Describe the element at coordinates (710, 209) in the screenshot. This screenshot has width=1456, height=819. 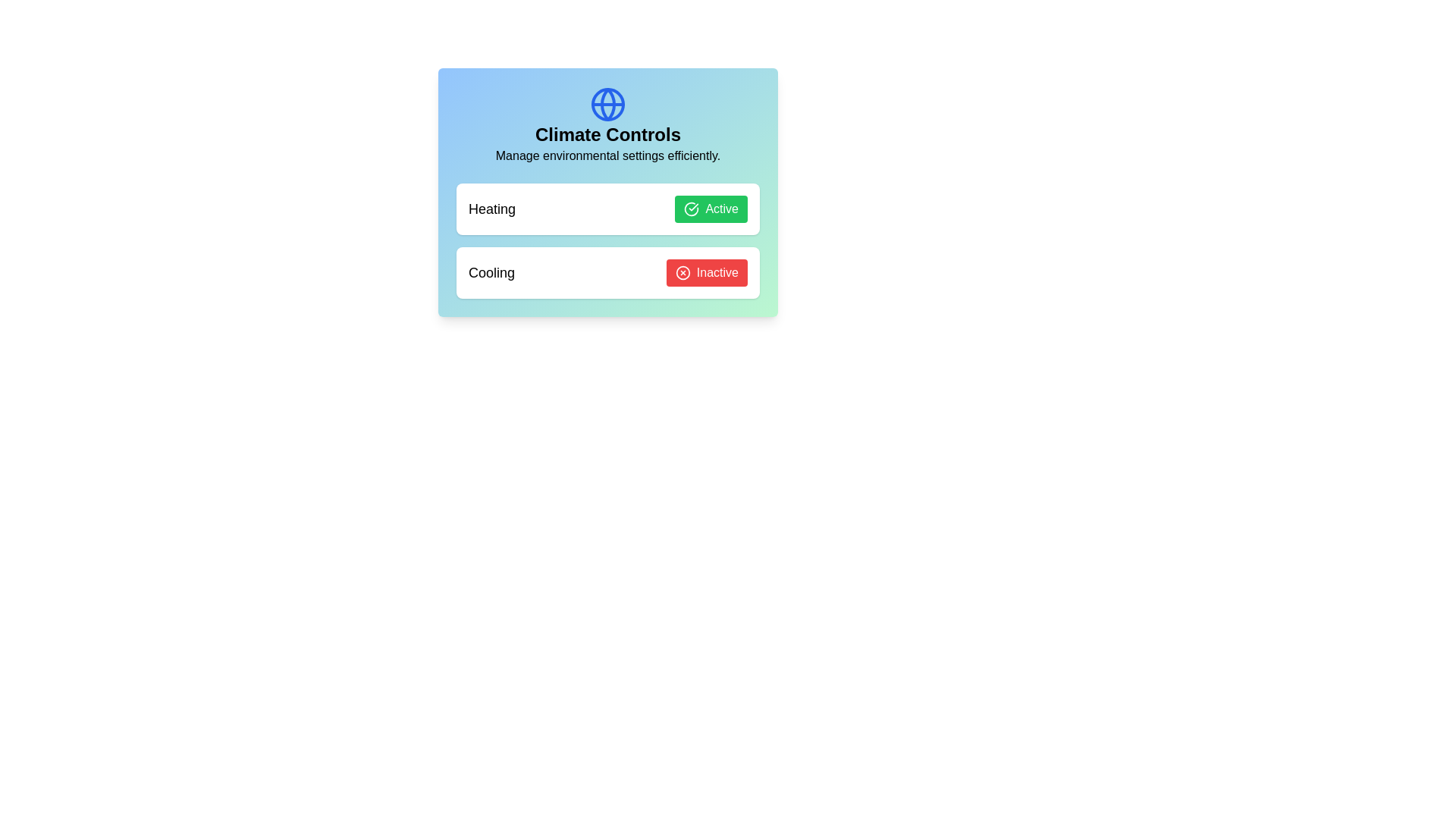
I see `the button labeled Active to observe its hover effect` at that location.